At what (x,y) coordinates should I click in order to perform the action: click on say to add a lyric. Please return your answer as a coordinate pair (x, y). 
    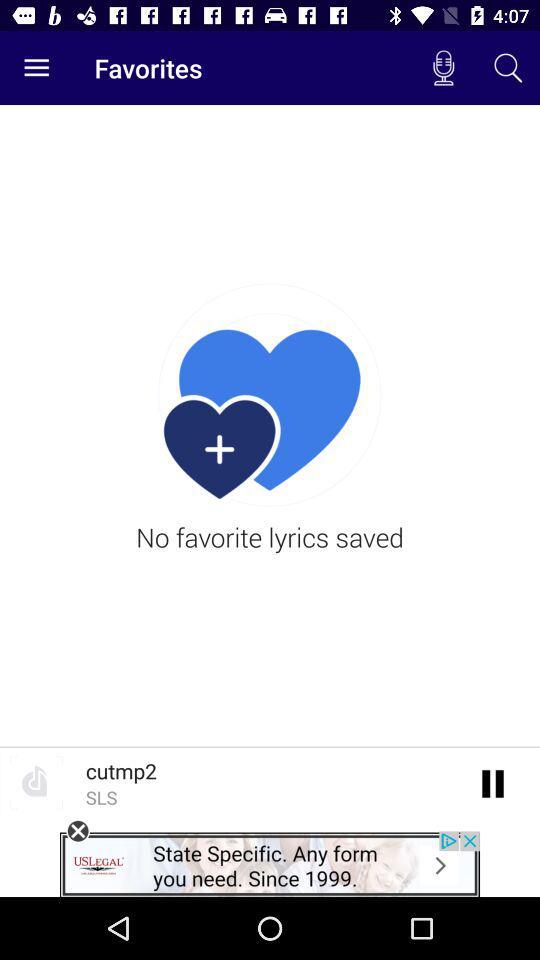
    Looking at the image, I should click on (492, 782).